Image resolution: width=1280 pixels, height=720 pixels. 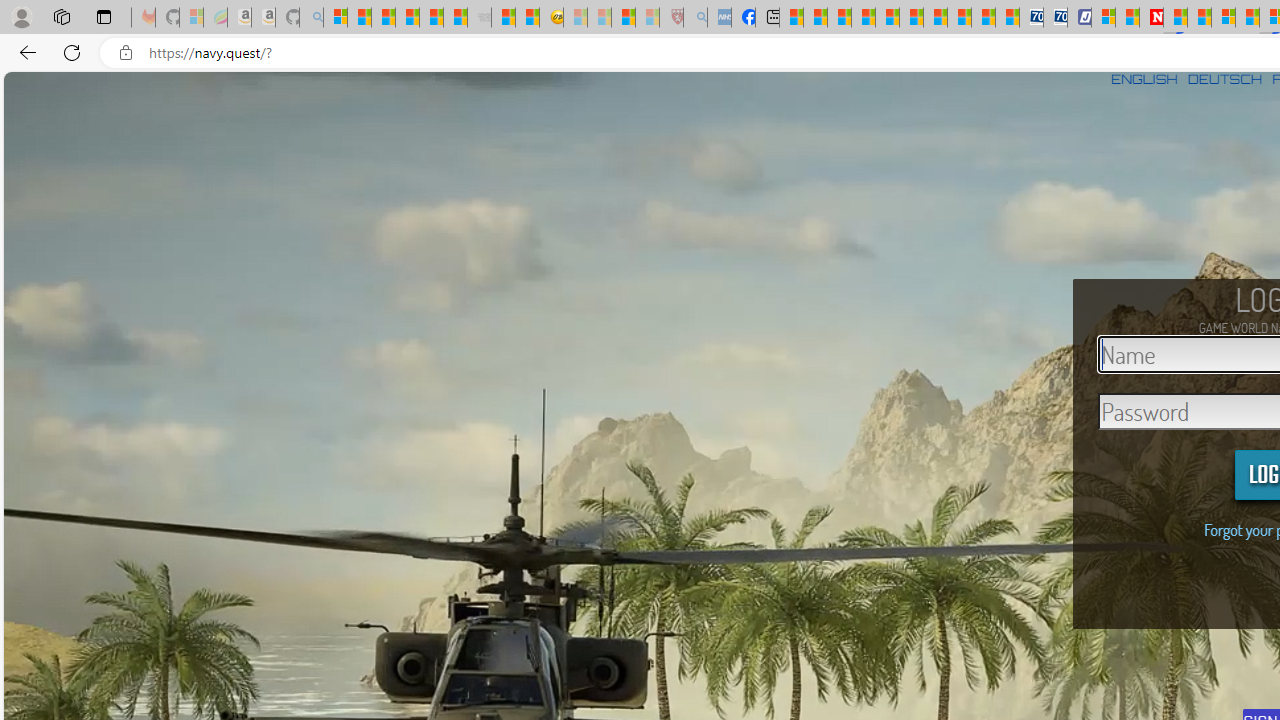 What do you see at coordinates (384, 17) in the screenshot?
I see `'The Weather Channel - MSN'` at bounding box center [384, 17].